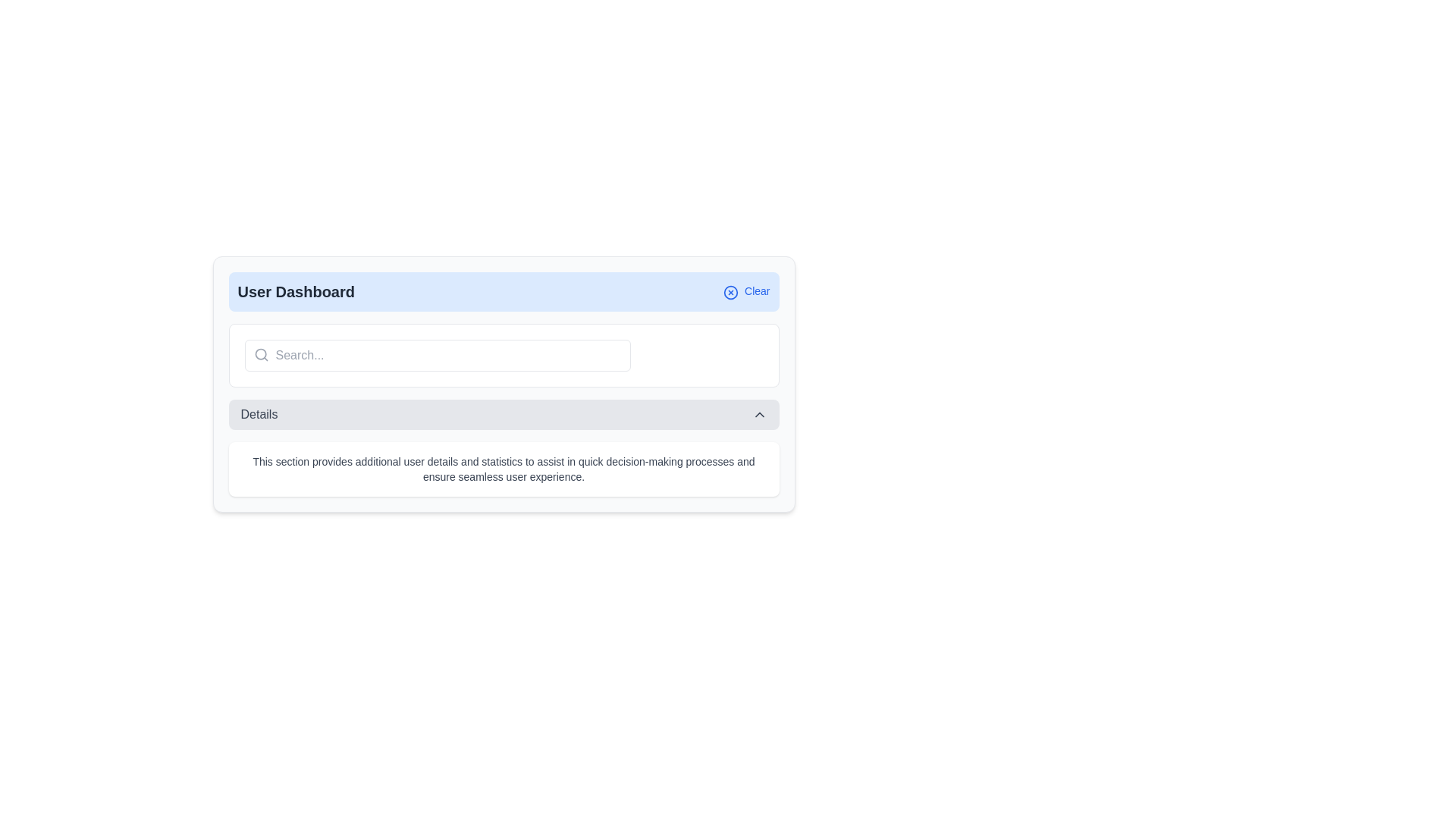 Image resolution: width=1456 pixels, height=819 pixels. What do you see at coordinates (731, 292) in the screenshot?
I see `the SVG Circle Element that is part of the 'Close' button icon located in the top-right corner of the 'User Dashboard' section` at bounding box center [731, 292].